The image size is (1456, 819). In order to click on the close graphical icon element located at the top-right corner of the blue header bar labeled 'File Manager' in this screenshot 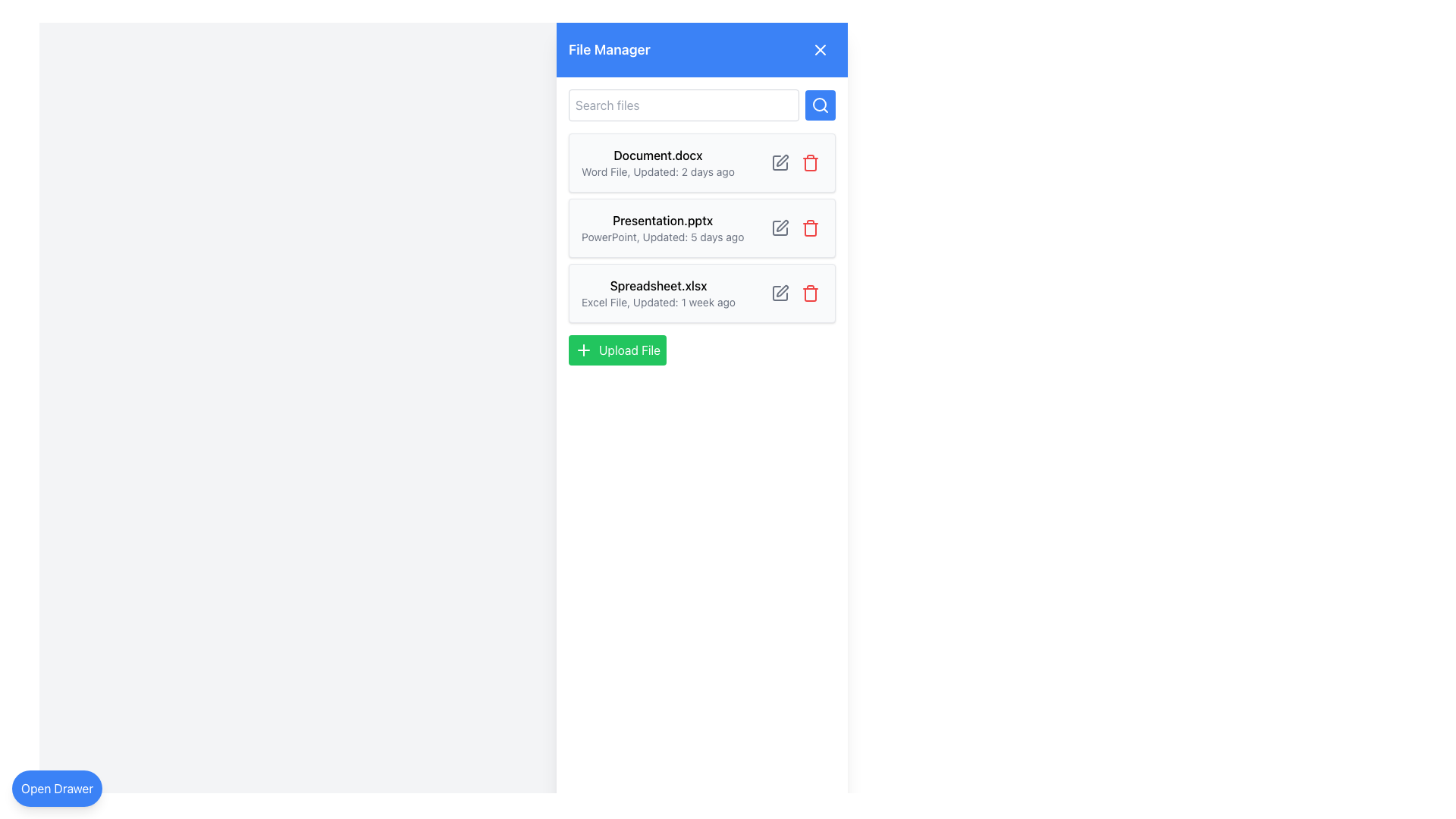, I will do `click(819, 49)`.